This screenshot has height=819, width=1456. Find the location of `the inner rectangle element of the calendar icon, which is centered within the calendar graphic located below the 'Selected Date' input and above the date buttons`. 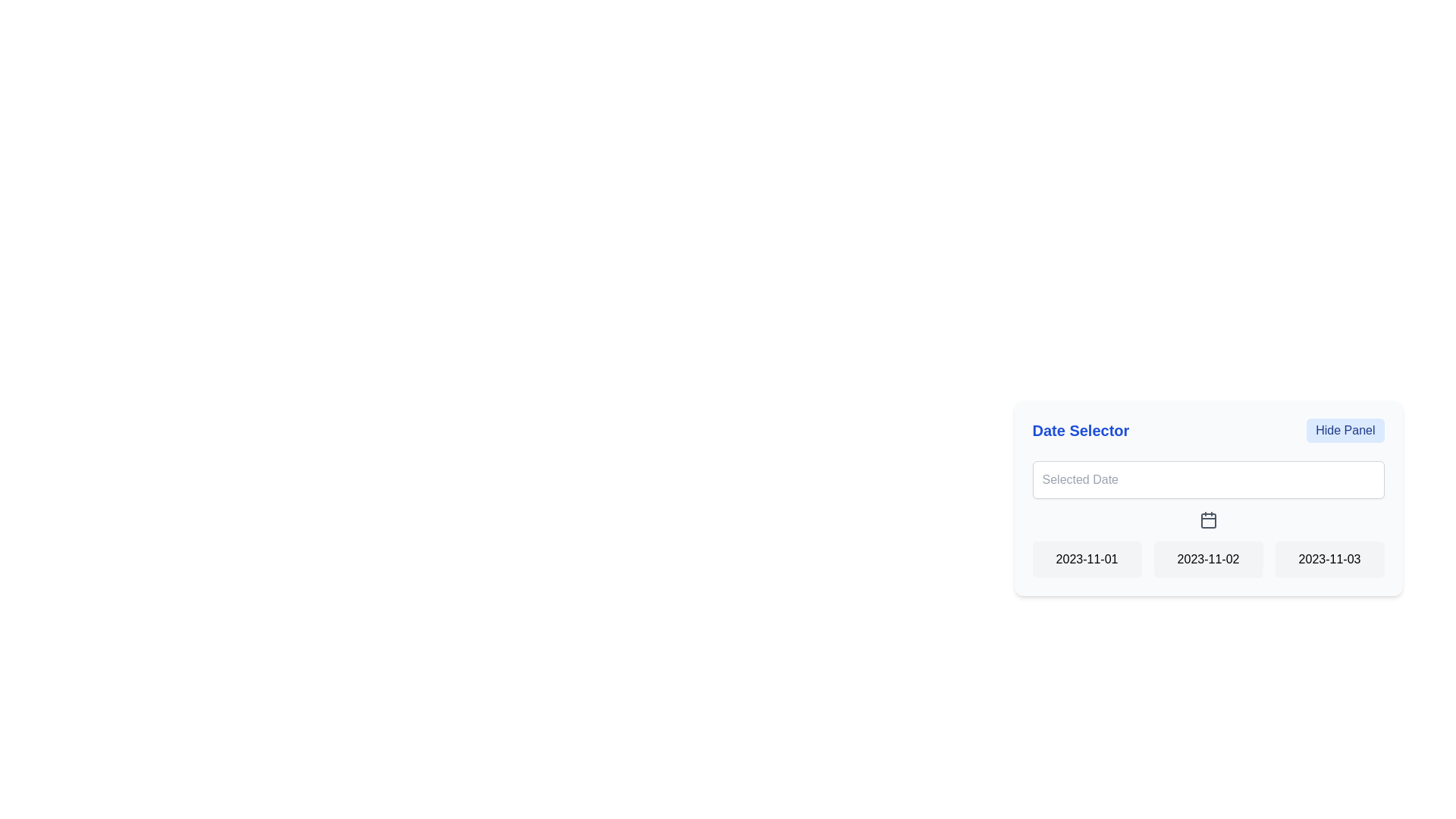

the inner rectangle element of the calendar icon, which is centered within the calendar graphic located below the 'Selected Date' input and above the date buttons is located at coordinates (1207, 519).